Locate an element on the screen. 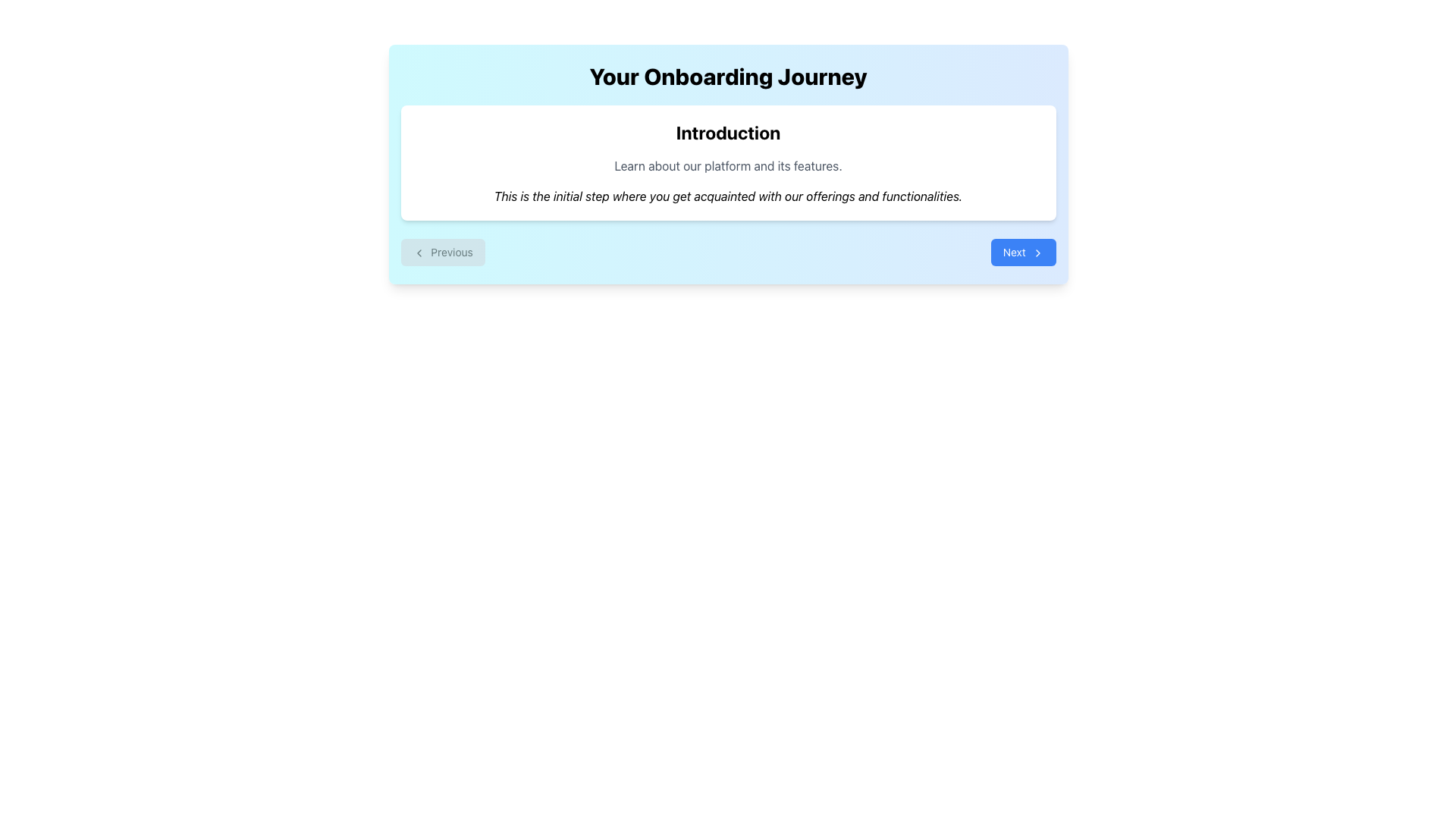  the 'Previous' button located at the bottom-left corner of the panel is located at coordinates (419, 253).